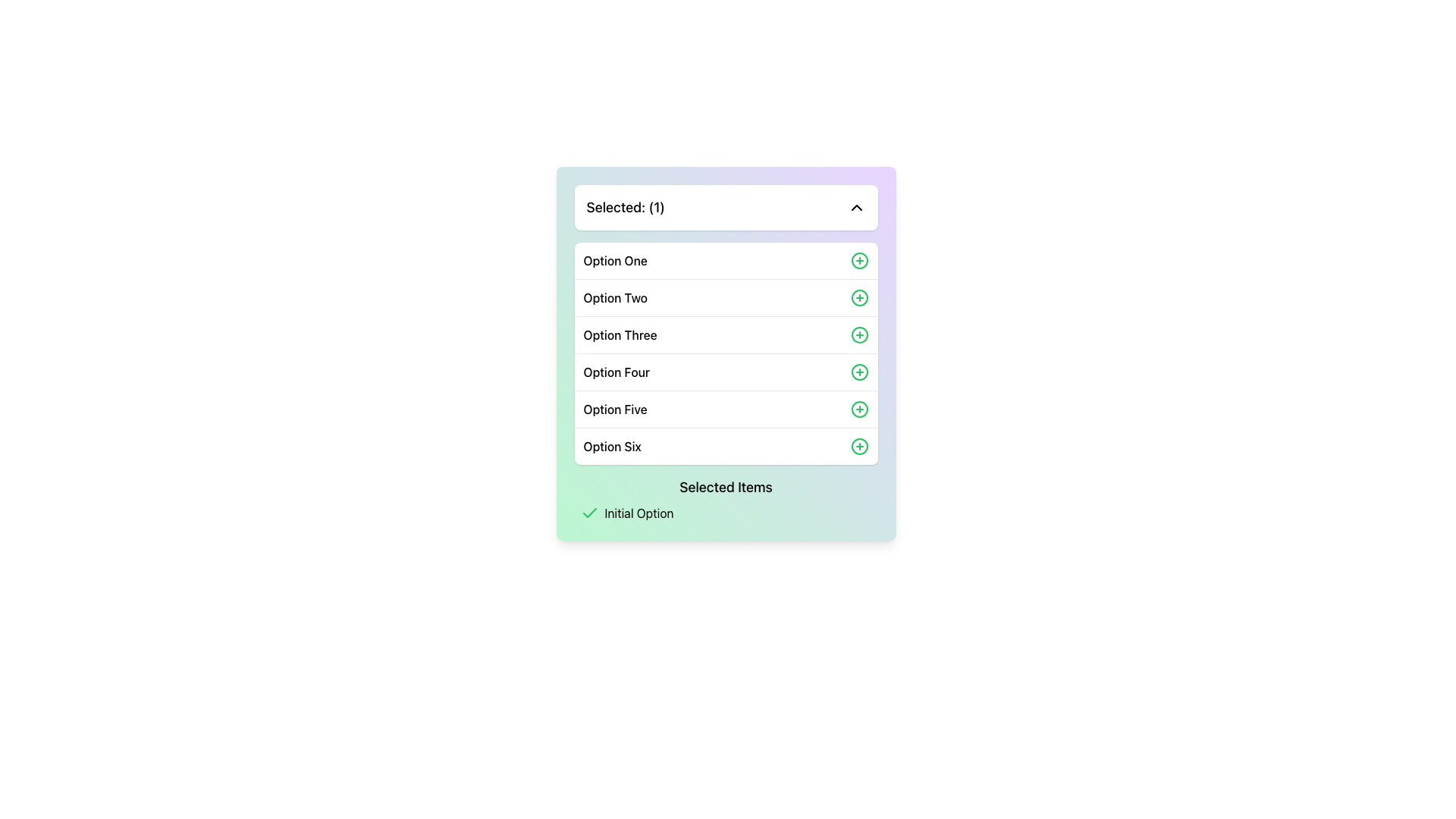 The height and width of the screenshot is (819, 1456). I want to click on the circular button with a plus sign, which is styled with a green outline and white background, located beside the 'Option Six' label, so click(859, 446).